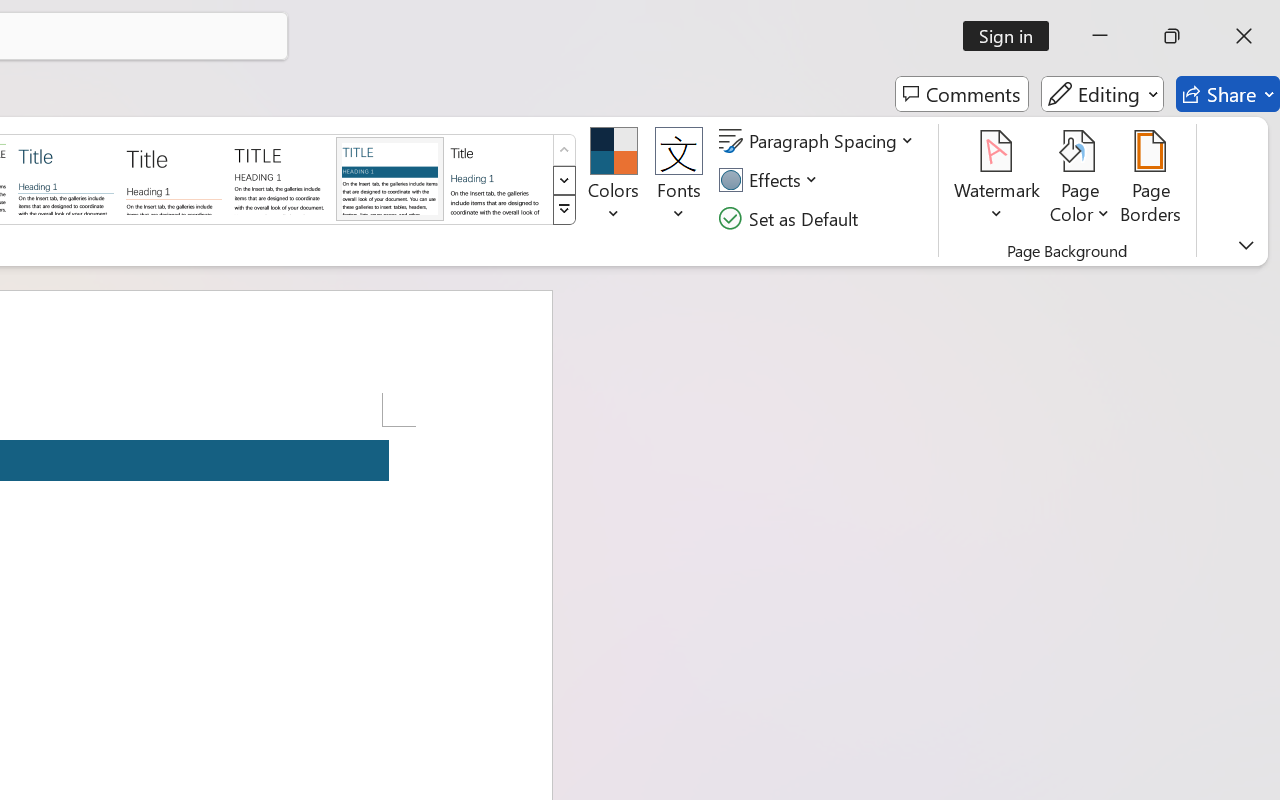 The width and height of the screenshot is (1280, 800). What do you see at coordinates (563, 210) in the screenshot?
I see `'Style Set'` at bounding box center [563, 210].